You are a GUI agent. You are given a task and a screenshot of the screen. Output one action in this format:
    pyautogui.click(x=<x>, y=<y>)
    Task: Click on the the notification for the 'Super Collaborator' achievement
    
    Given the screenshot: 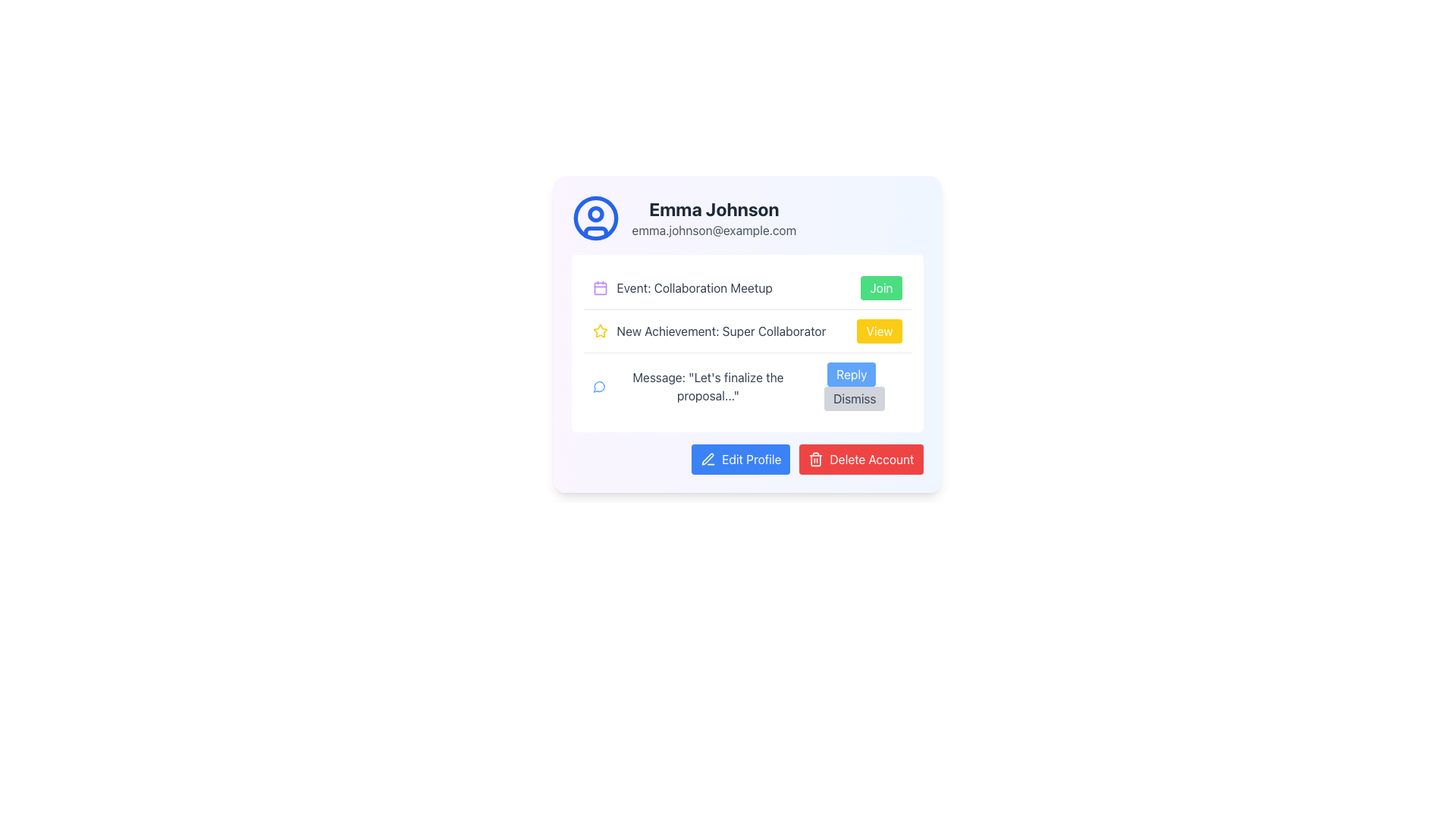 What is the action you would take?
    pyautogui.click(x=747, y=330)
    